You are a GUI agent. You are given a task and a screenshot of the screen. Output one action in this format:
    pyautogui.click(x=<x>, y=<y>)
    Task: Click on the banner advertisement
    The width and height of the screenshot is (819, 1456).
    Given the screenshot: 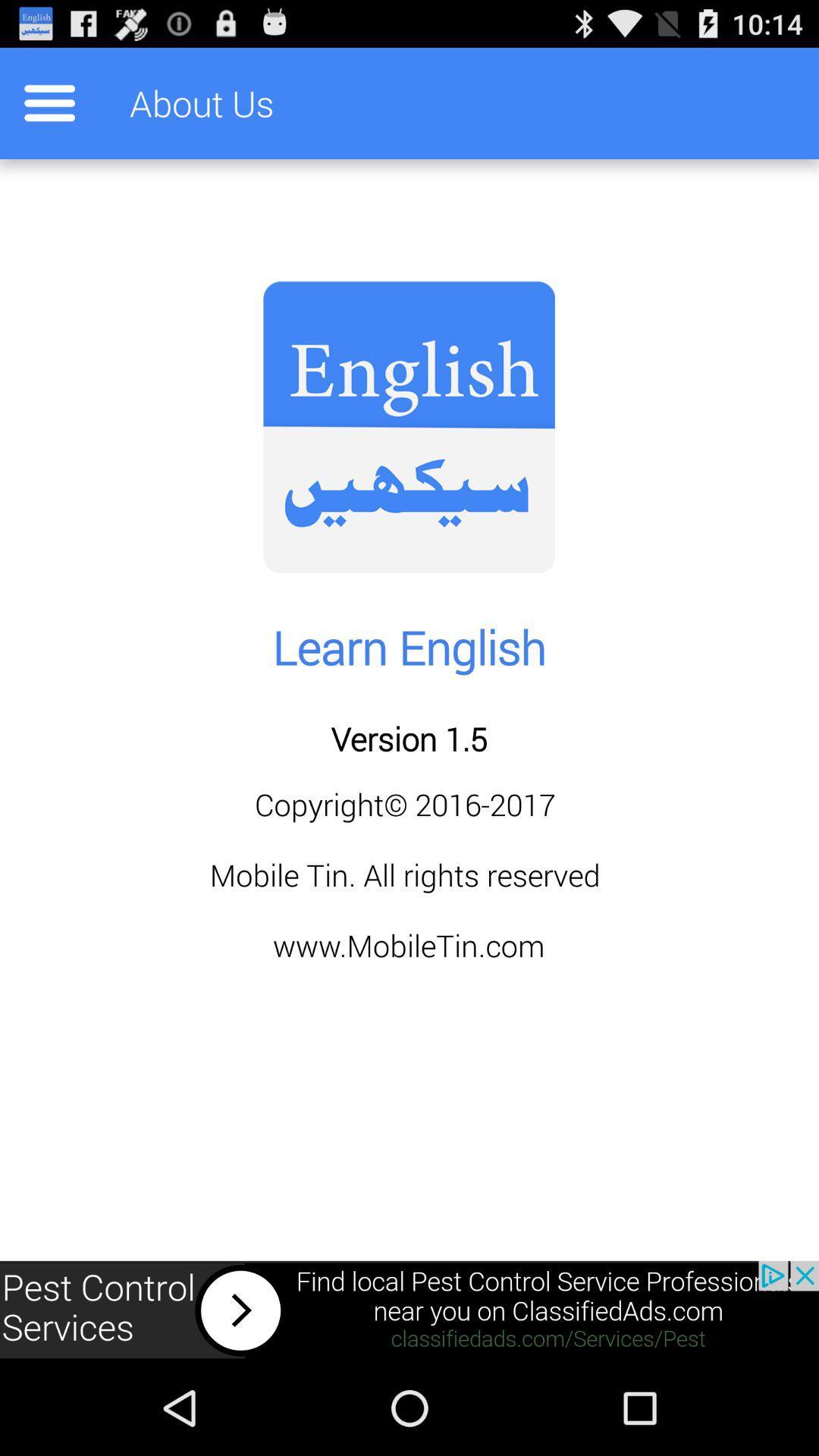 What is the action you would take?
    pyautogui.click(x=409, y=1310)
    